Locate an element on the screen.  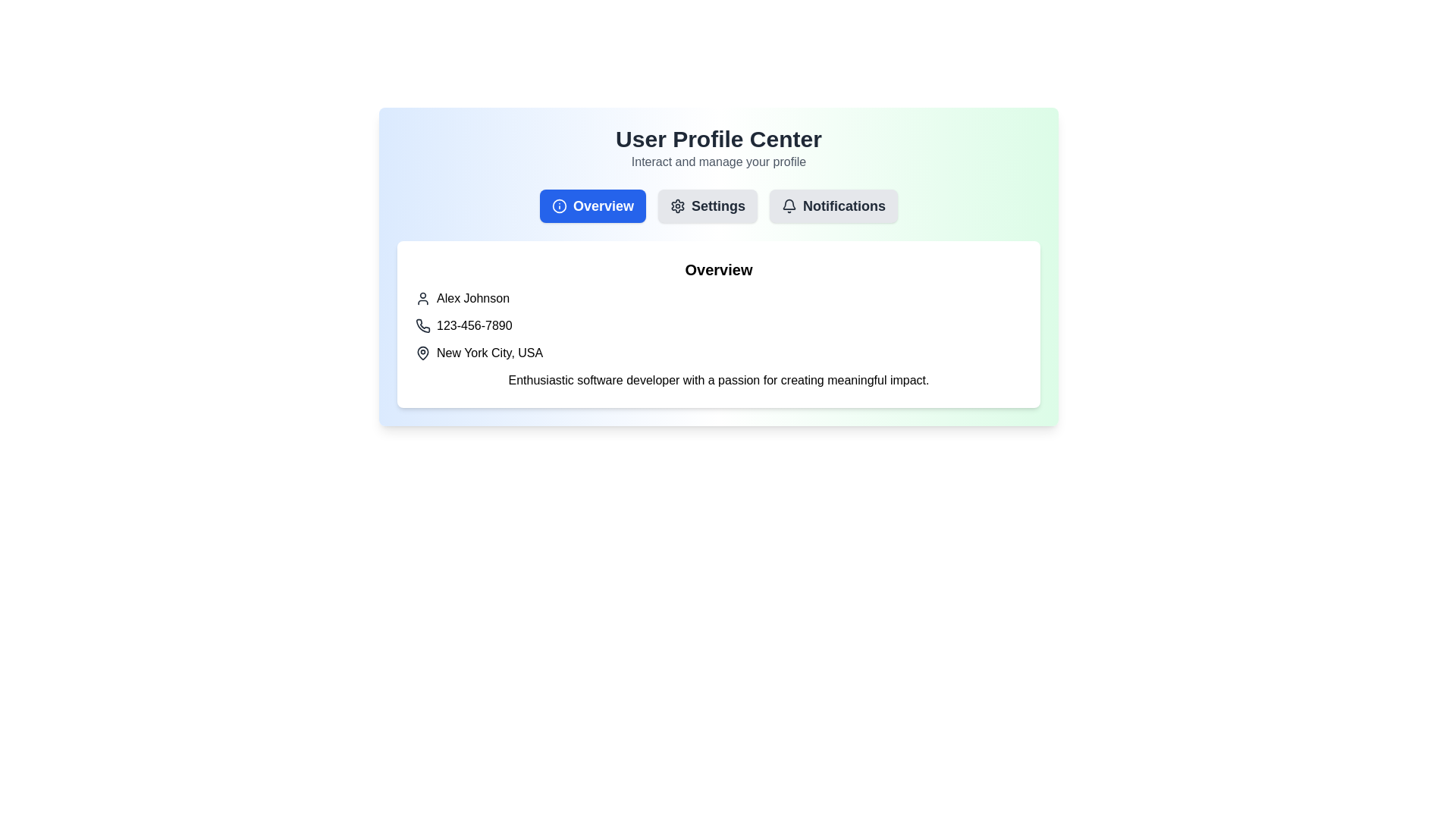
the 'Overview' button label text, which is centered within a blue button on the left-most side of the navigation section is located at coordinates (603, 206).